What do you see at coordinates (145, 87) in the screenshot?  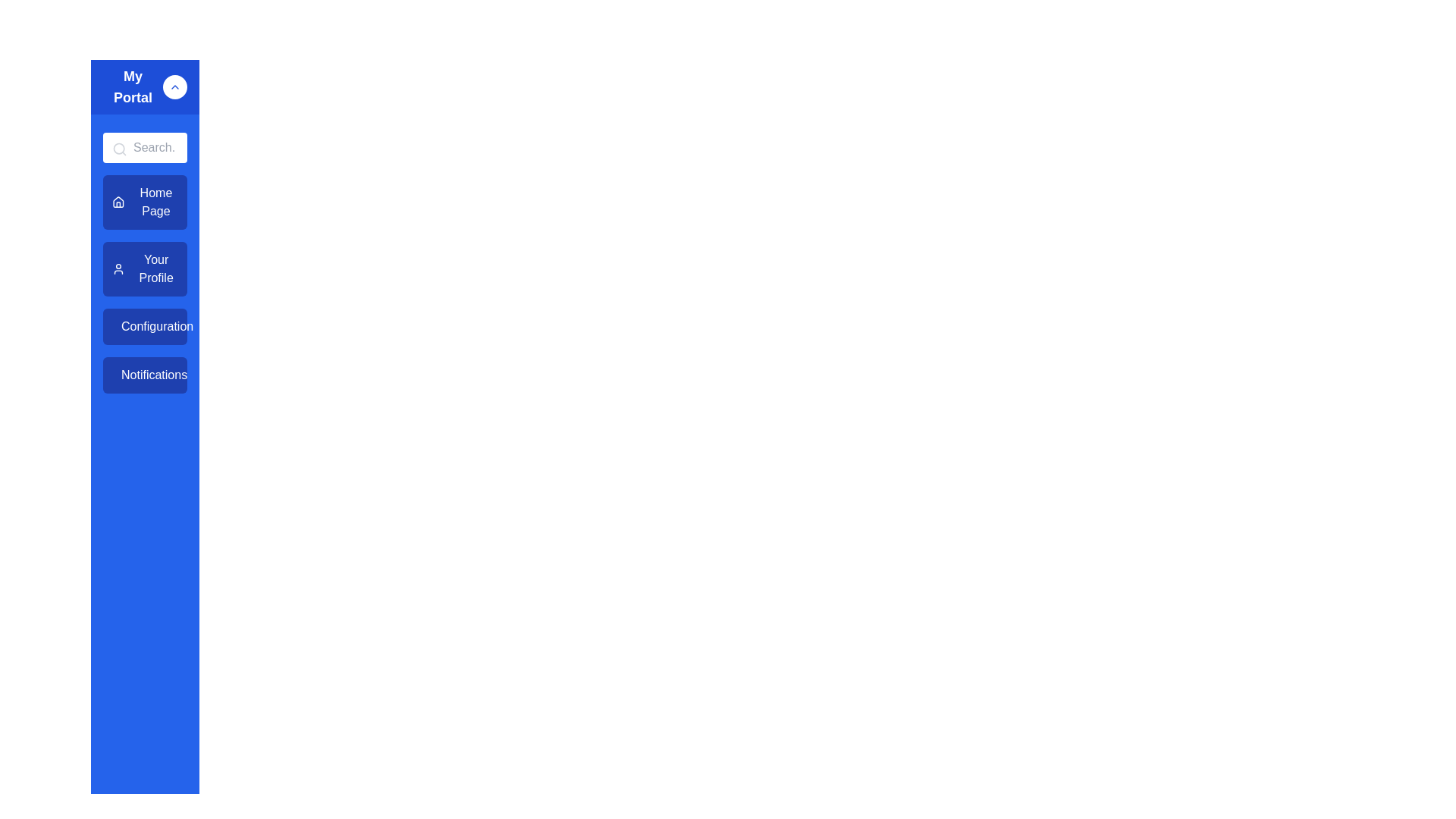 I see `the chevron button on the Header with a collapsible menu` at bounding box center [145, 87].